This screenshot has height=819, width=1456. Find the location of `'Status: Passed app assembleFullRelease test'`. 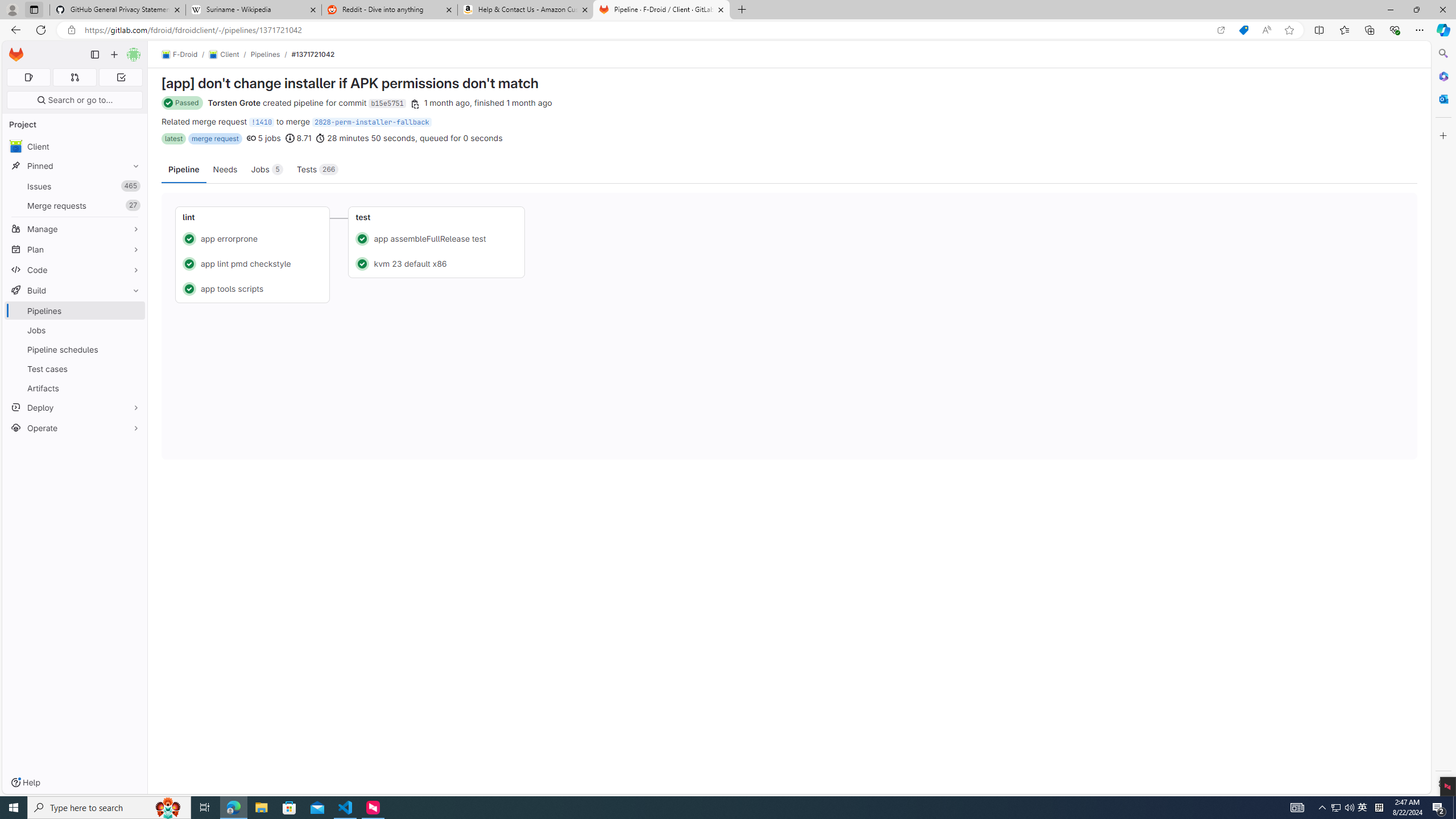

'Status: Passed app assembleFullRelease test' is located at coordinates (436, 238).